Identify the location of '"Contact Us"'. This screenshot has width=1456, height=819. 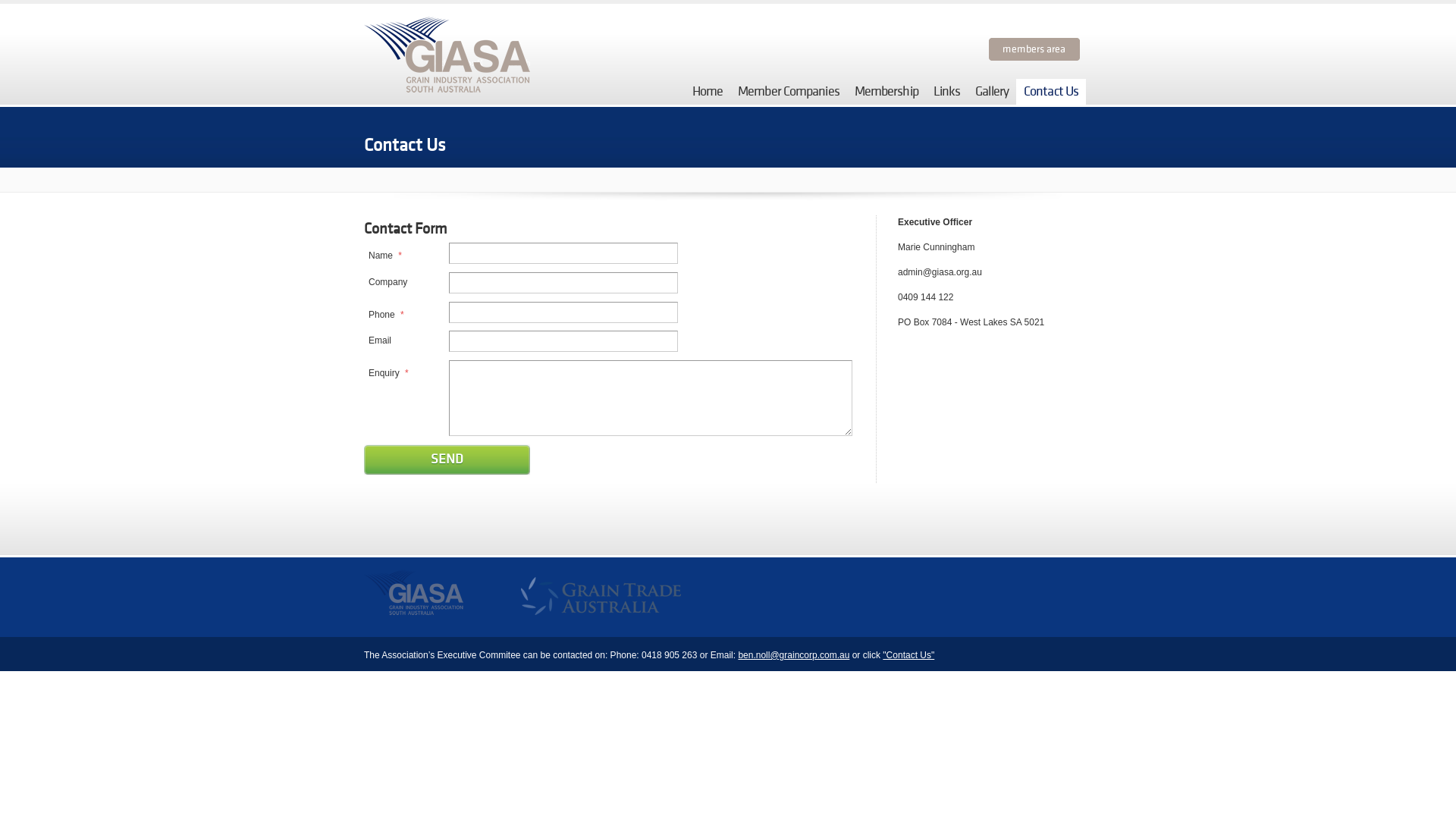
(908, 654).